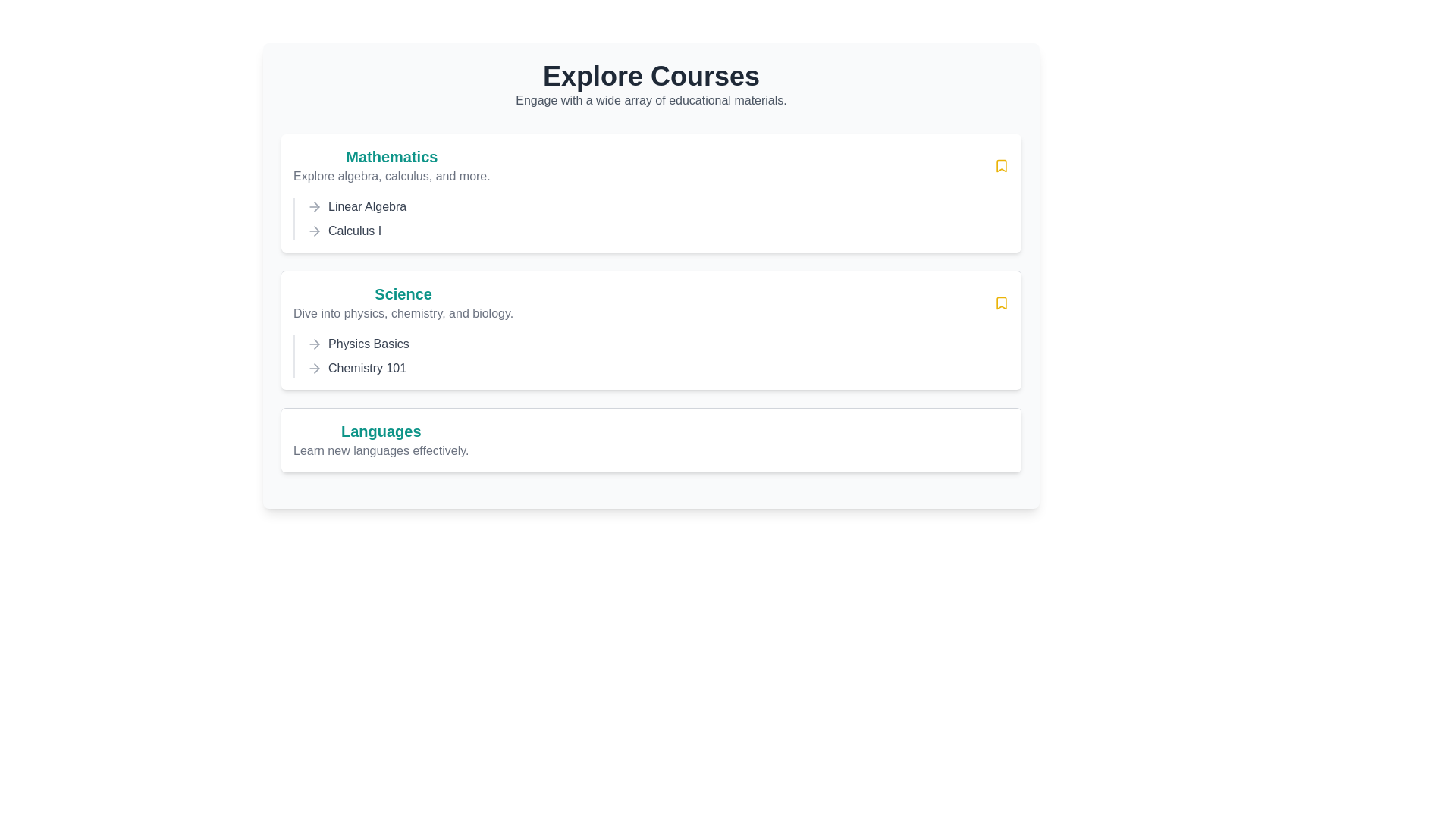 The width and height of the screenshot is (1456, 819). What do you see at coordinates (381, 431) in the screenshot?
I see `the 'Languages' hyperlink, which is styled in bold teal-green font and underlines when hovered, to activate its underline styling` at bounding box center [381, 431].